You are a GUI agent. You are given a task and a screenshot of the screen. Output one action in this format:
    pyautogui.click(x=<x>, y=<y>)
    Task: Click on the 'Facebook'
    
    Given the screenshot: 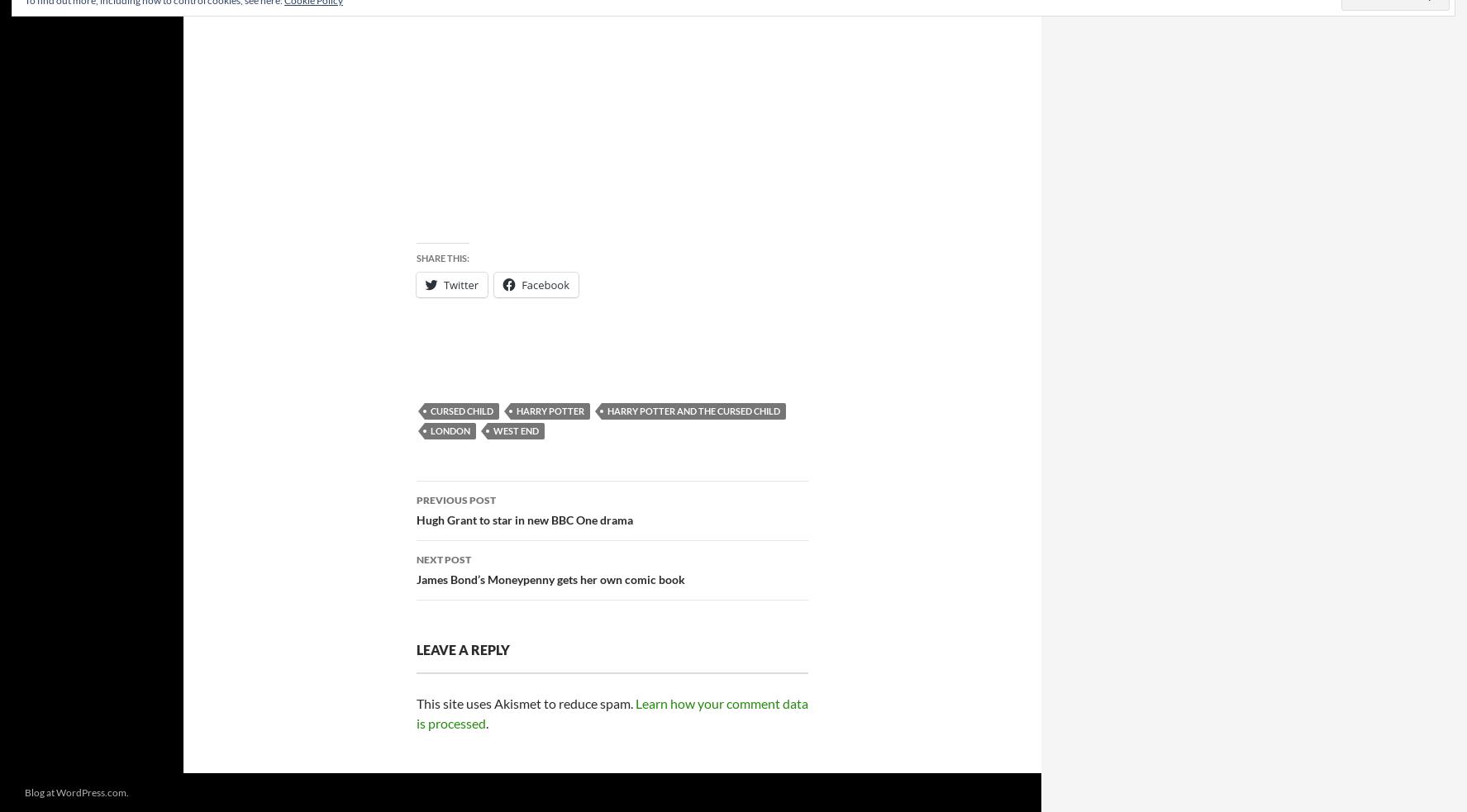 What is the action you would take?
    pyautogui.click(x=522, y=284)
    